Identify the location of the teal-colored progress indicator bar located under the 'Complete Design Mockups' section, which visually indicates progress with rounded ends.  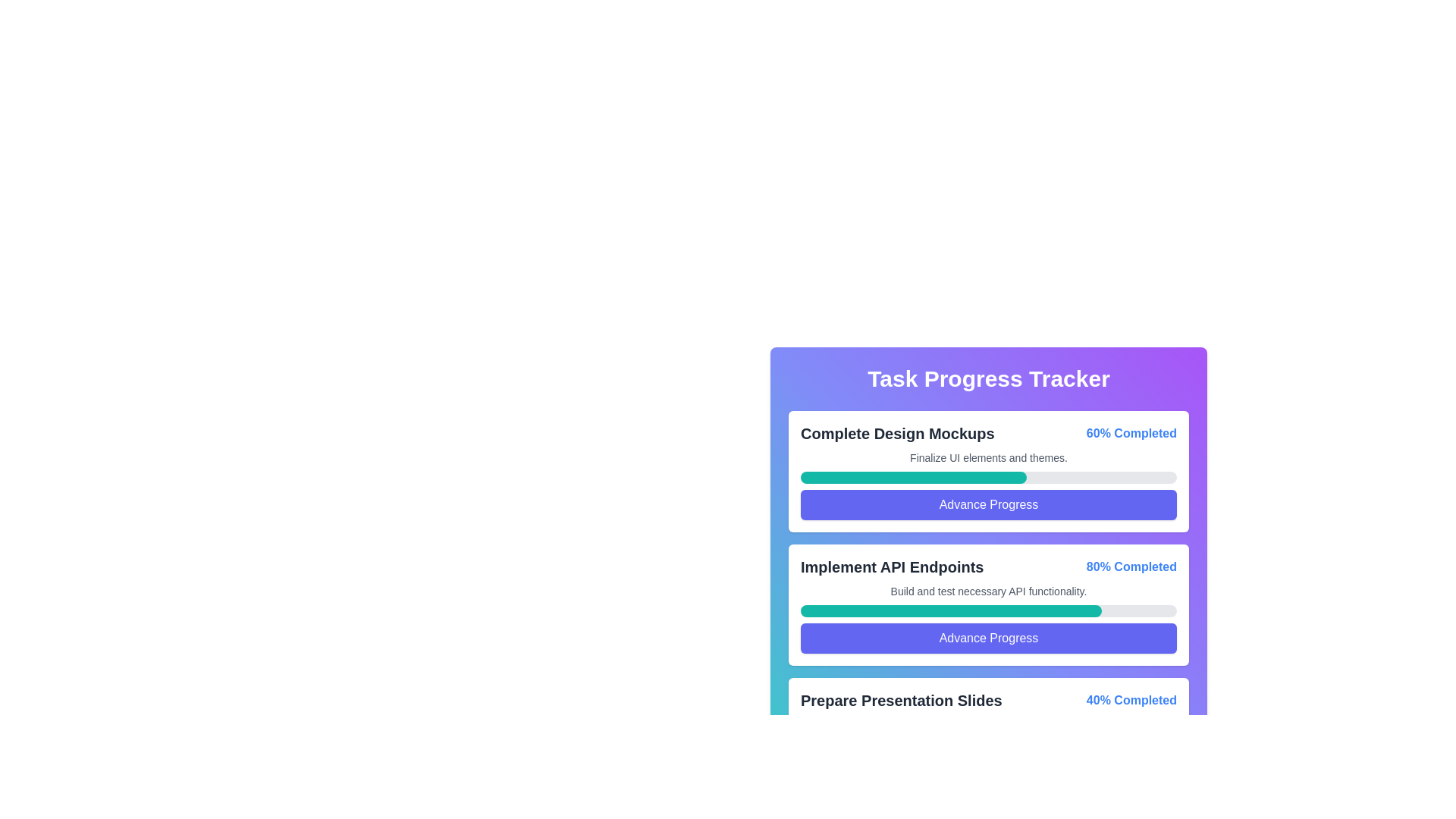
(912, 476).